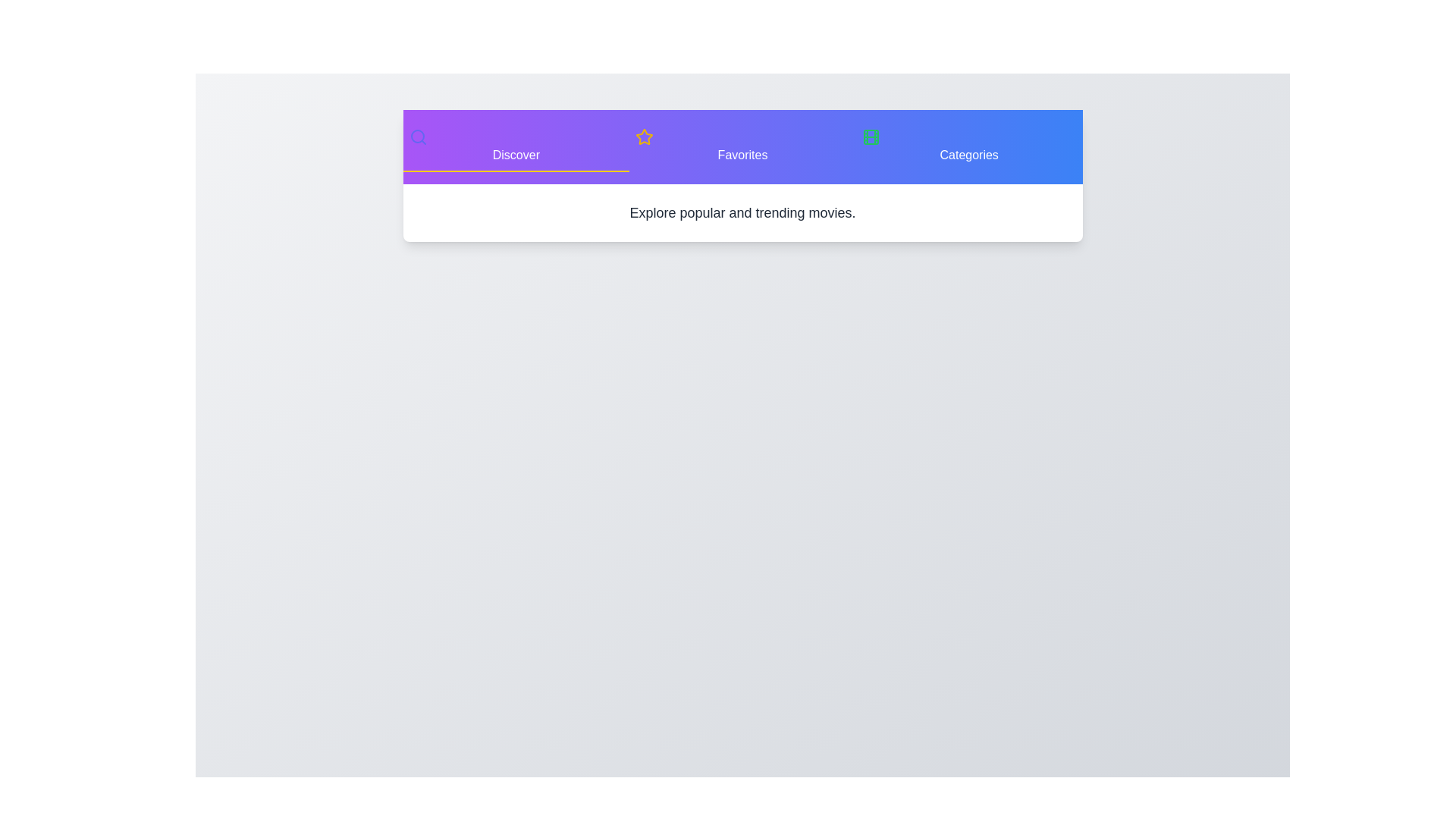 The width and height of the screenshot is (1456, 819). Describe the element at coordinates (516, 146) in the screenshot. I see `the tab button labeled Discover to switch to that tab` at that location.